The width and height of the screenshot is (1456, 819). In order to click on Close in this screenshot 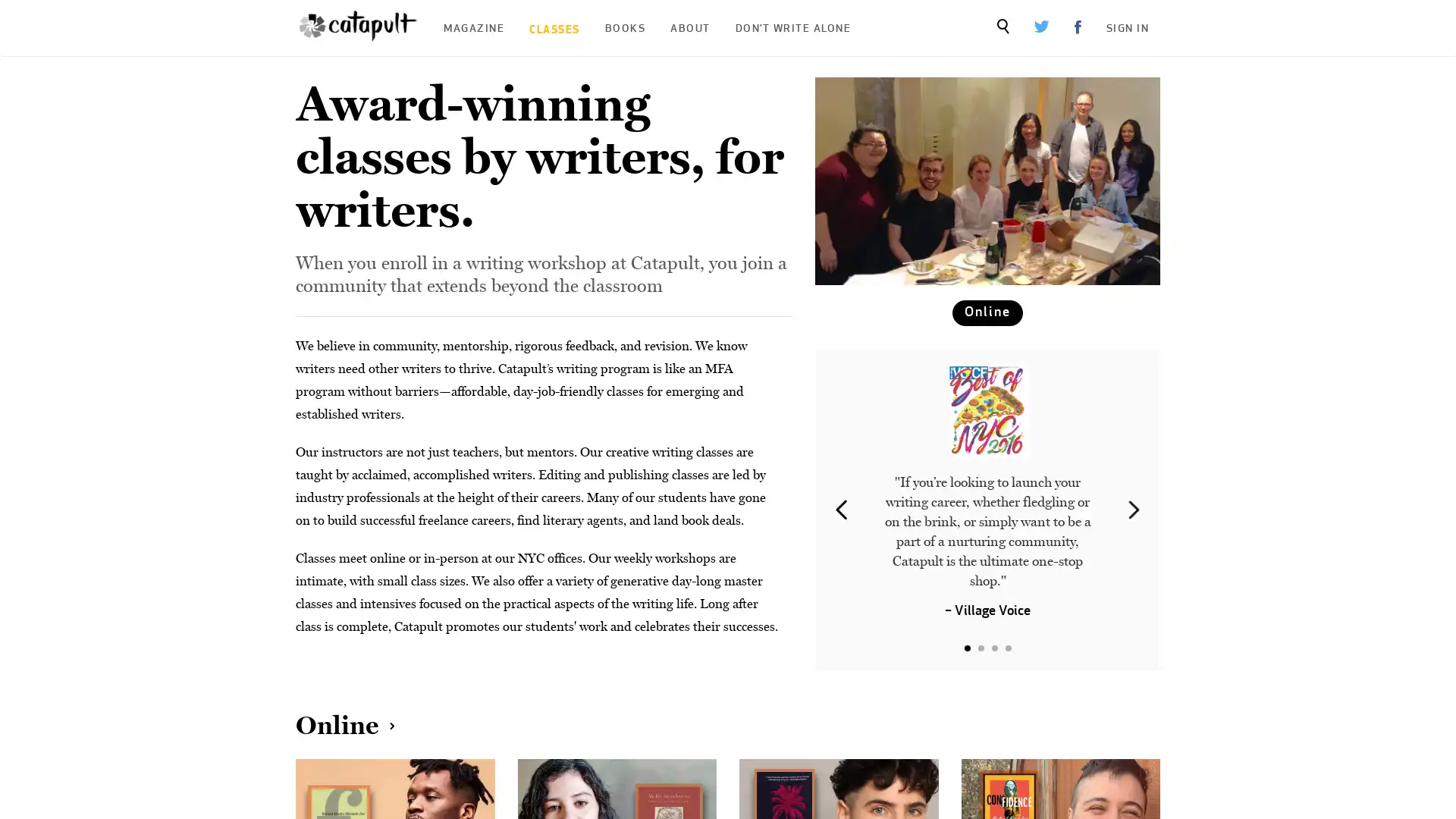, I will do `click(1439, 664)`.